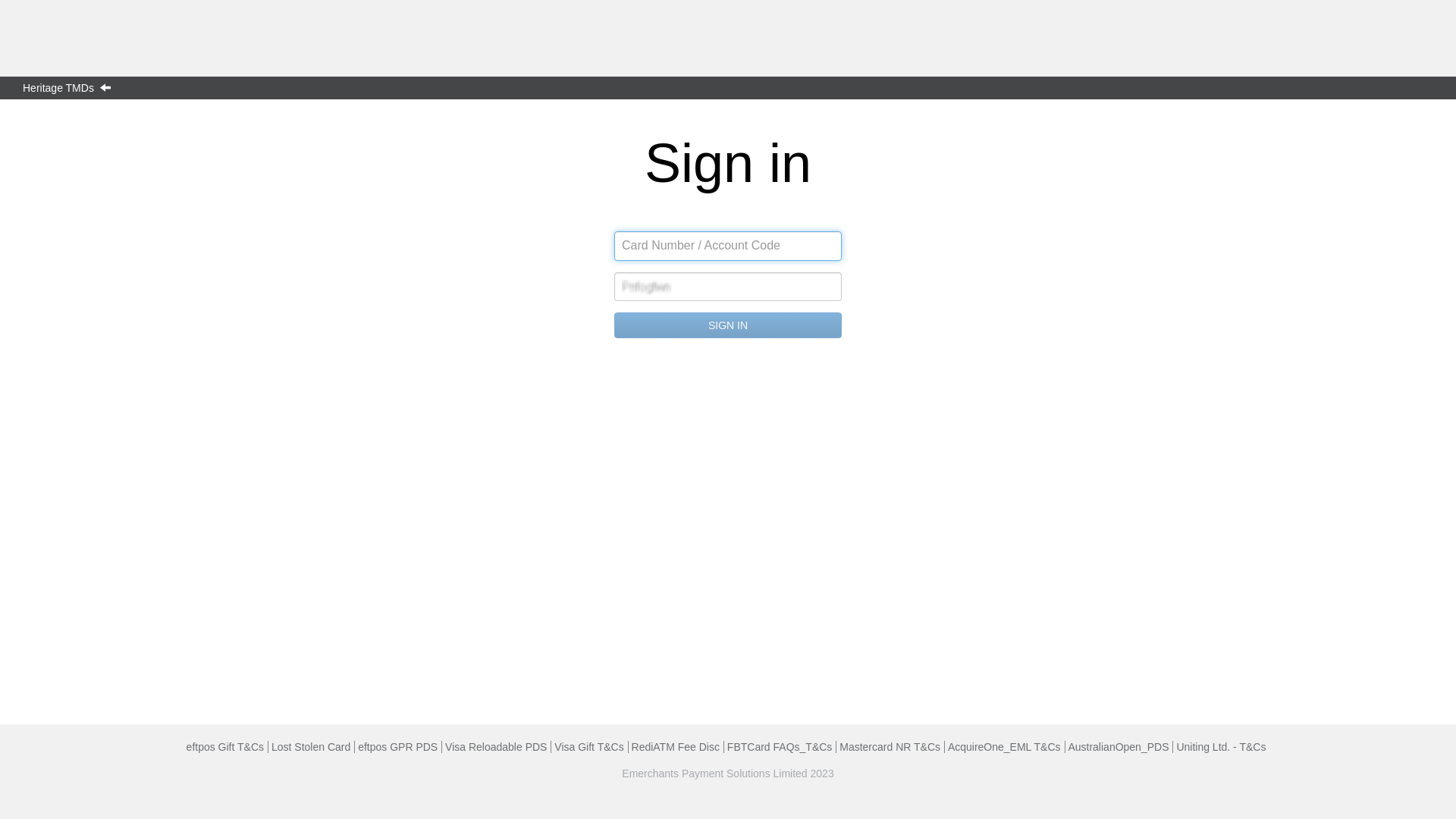  Describe the element at coordinates (224, 745) in the screenshot. I see `'eftpos Gift T&Cs'` at that location.